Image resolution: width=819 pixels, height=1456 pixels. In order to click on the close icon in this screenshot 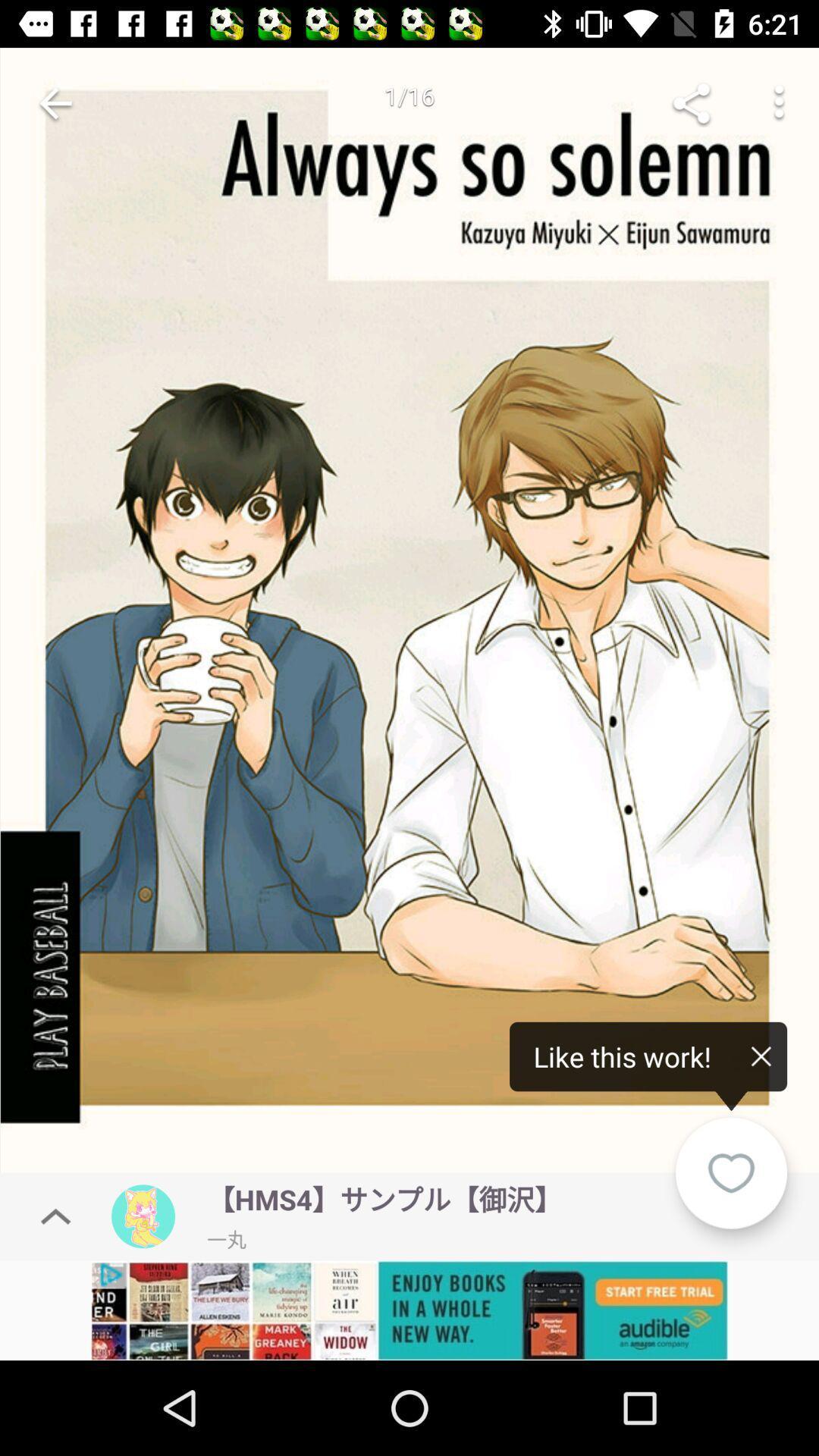, I will do `click(761, 1056)`.